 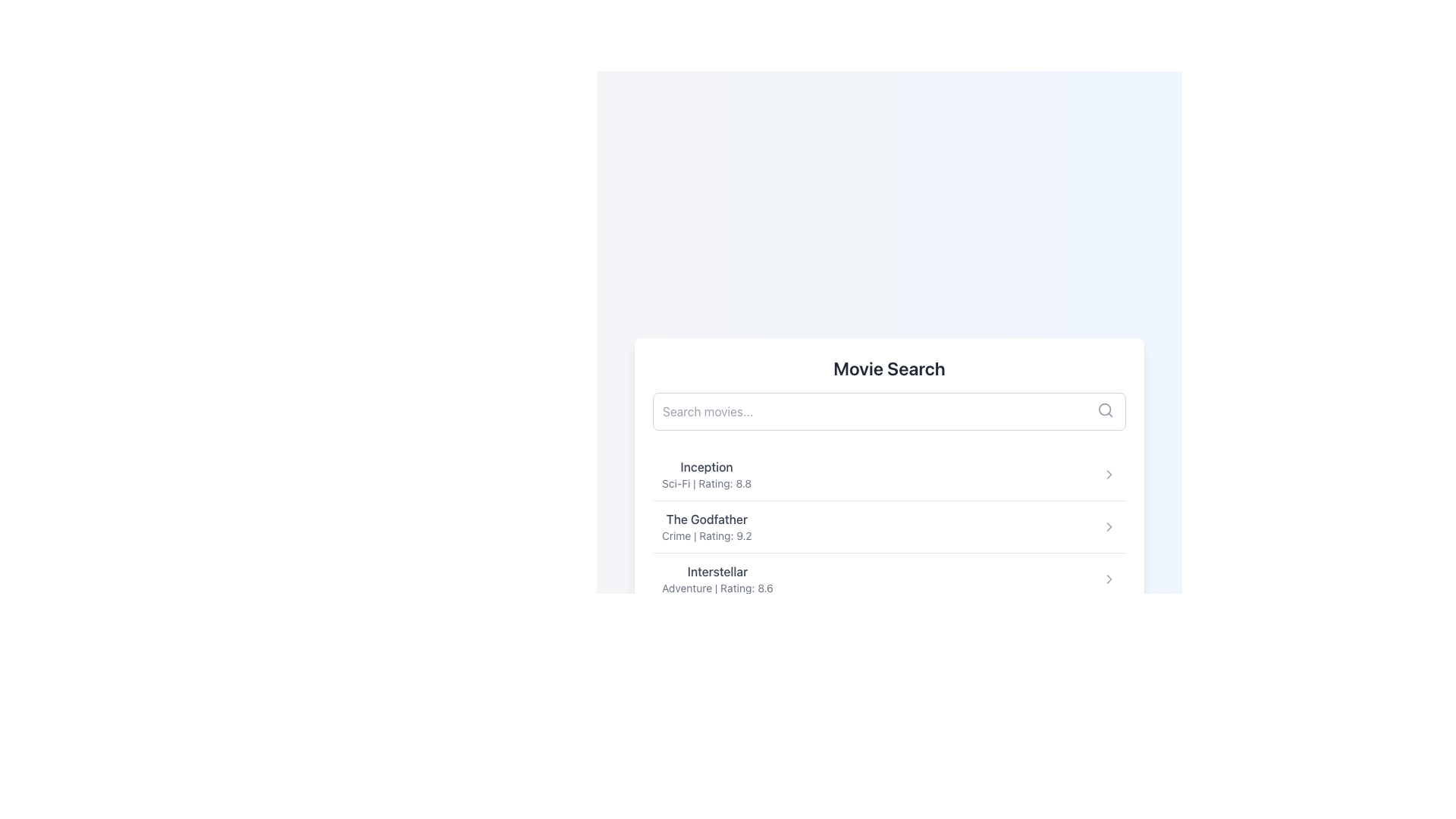 I want to click on the static text field displaying 'Sci-Fi | Rating: 8.8' located below the primary movie title 'Inception', so click(x=705, y=483).